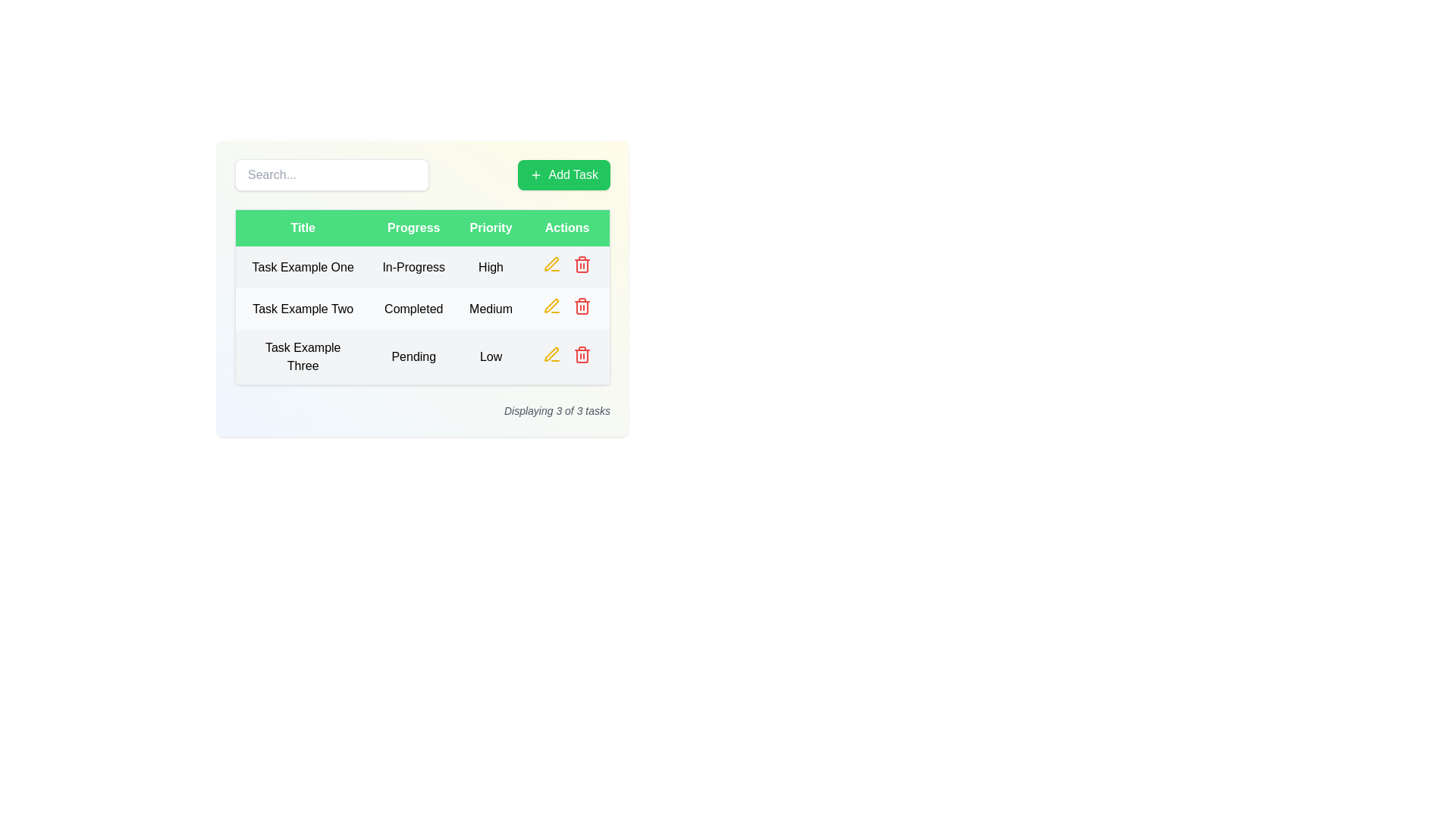 The height and width of the screenshot is (819, 1456). I want to click on the text label in the first cell of the third row under the 'Title' column, so click(303, 357).